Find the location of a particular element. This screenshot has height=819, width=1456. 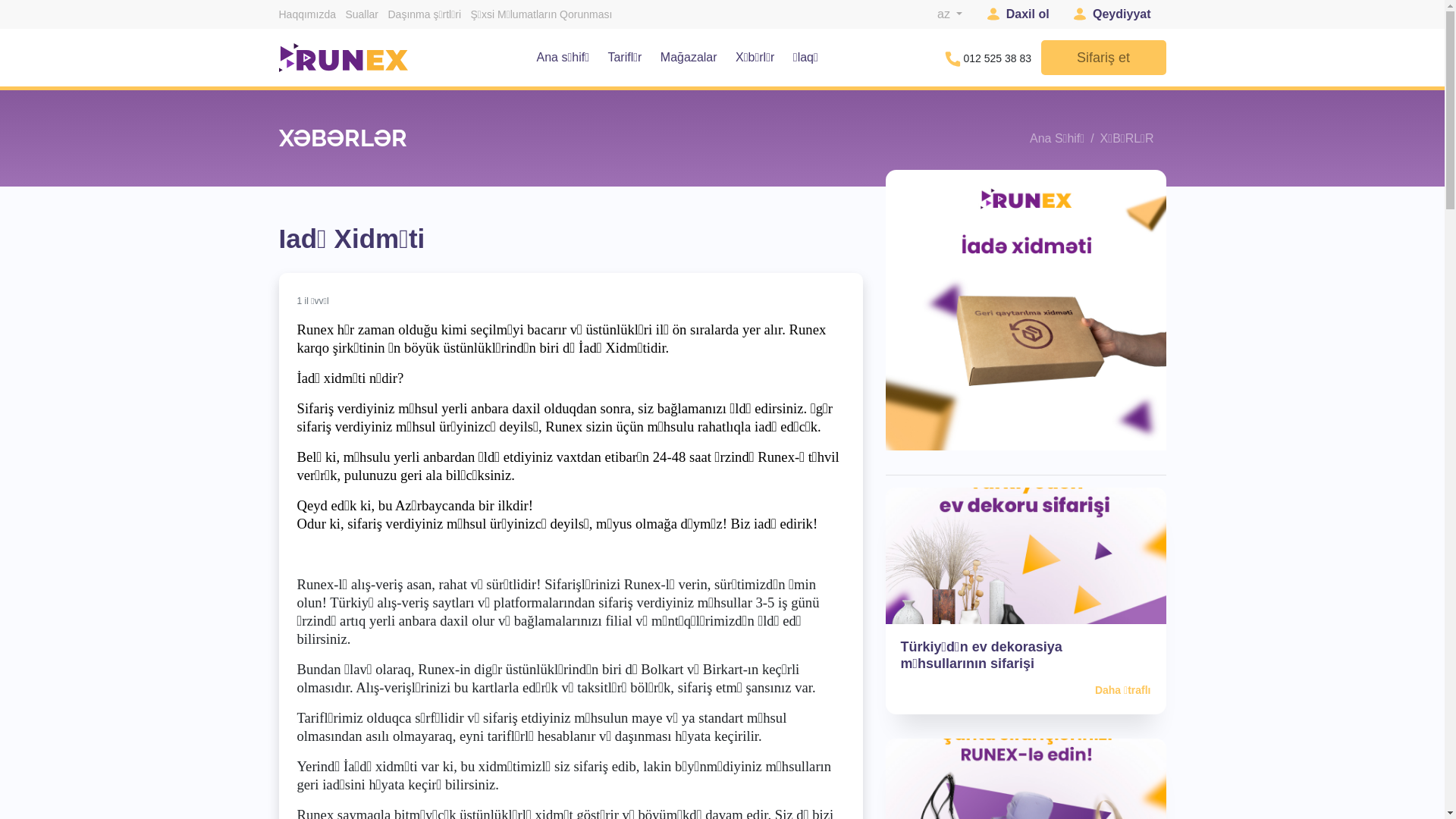

'az' is located at coordinates (937, 14).